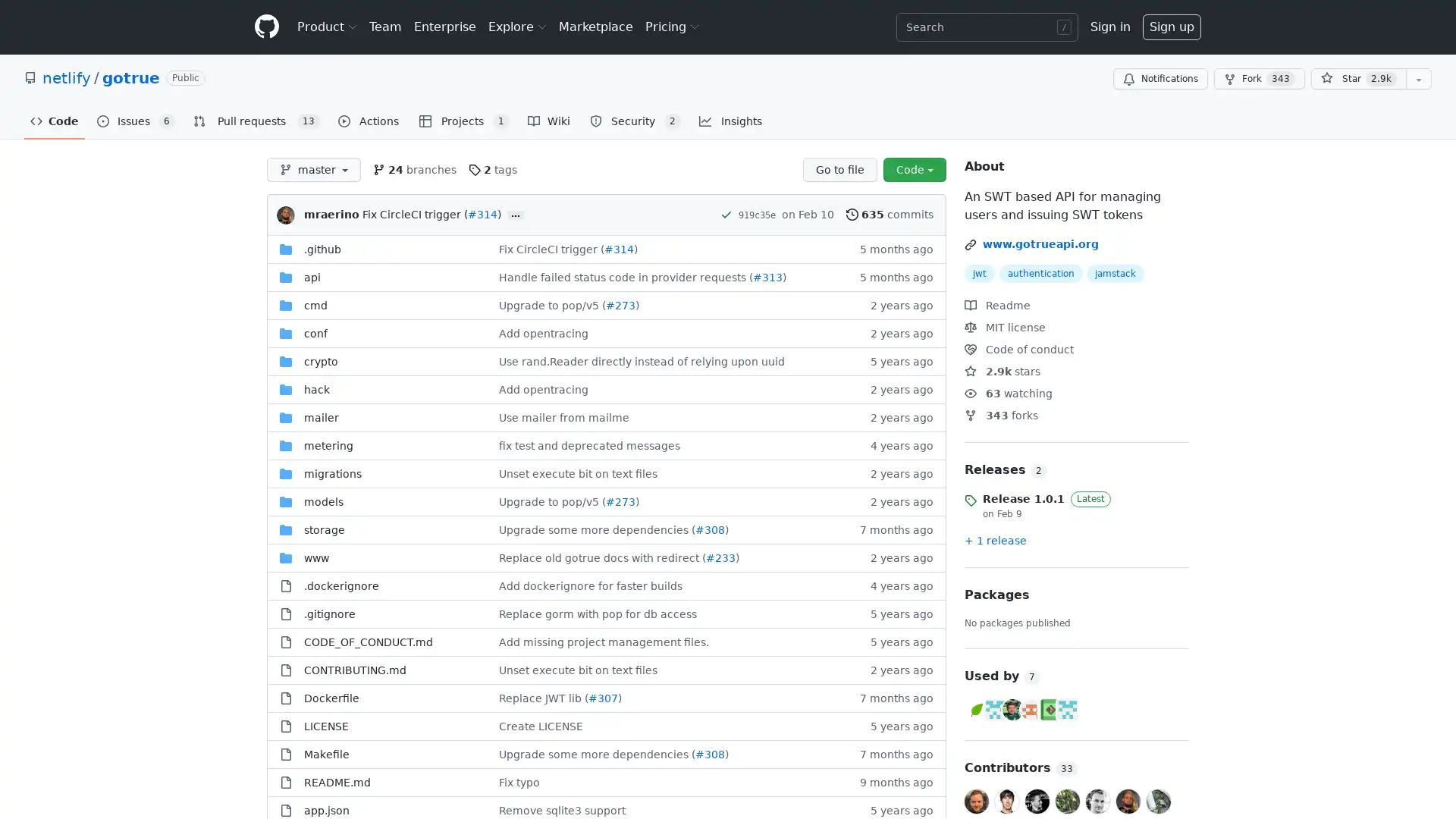 This screenshot has height=819, width=1456. What do you see at coordinates (1418, 79) in the screenshot?
I see `You must be signed in to add this repository to a list` at bounding box center [1418, 79].